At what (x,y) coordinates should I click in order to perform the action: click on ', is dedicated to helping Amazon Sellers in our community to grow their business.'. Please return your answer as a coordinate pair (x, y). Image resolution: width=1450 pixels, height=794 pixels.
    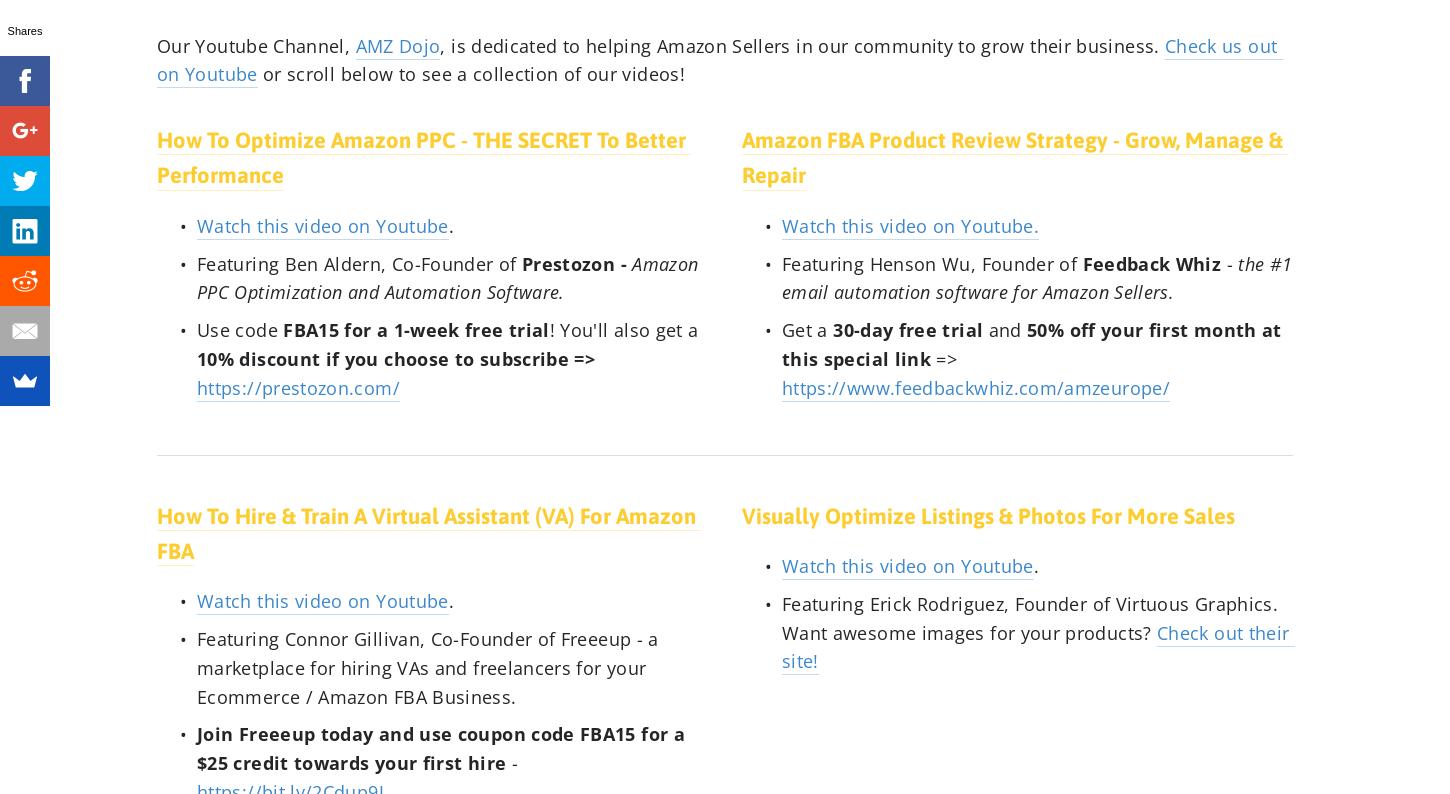
    Looking at the image, I should click on (801, 45).